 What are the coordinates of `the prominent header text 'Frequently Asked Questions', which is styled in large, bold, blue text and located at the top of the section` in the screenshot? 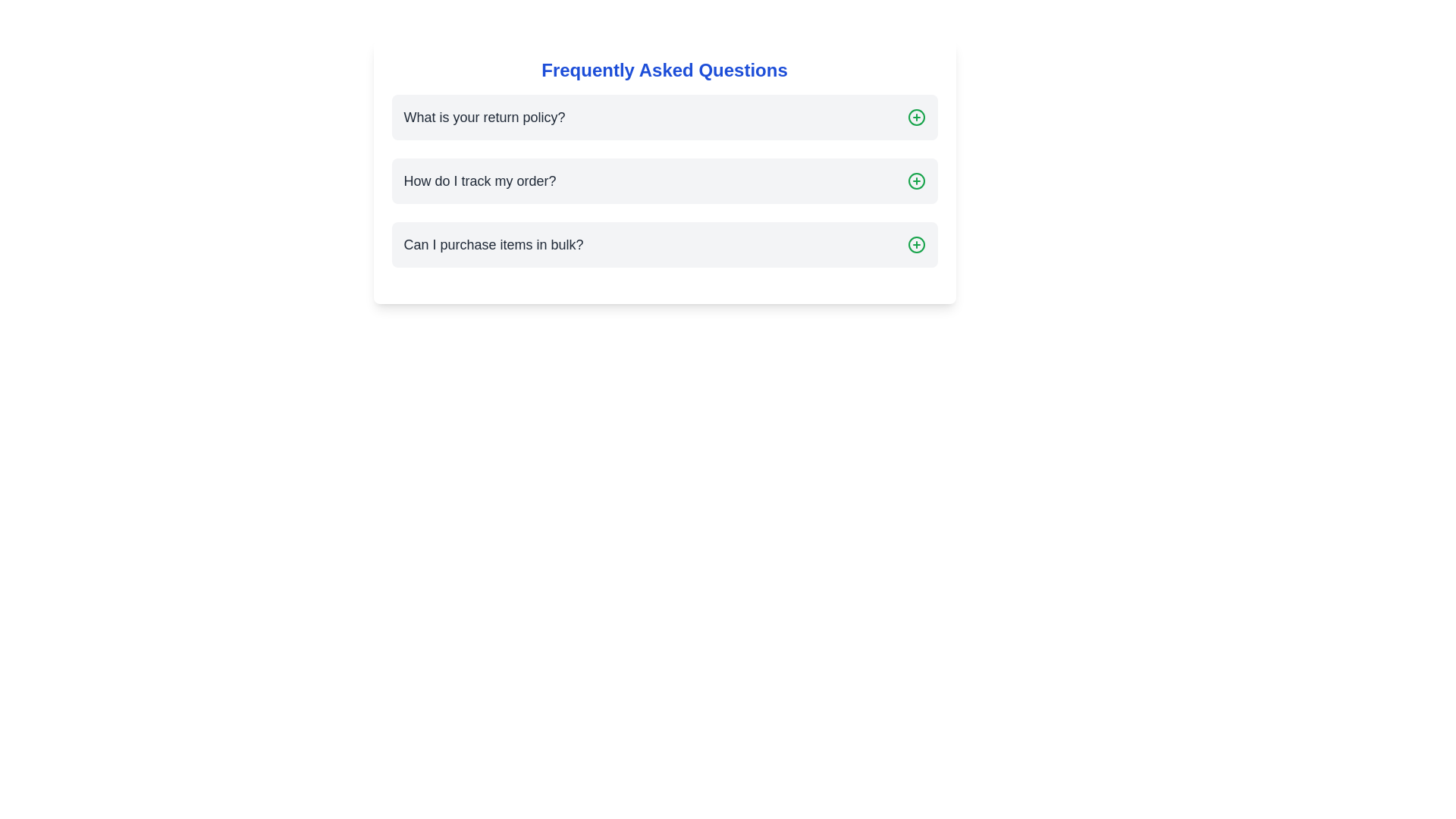 It's located at (664, 70).